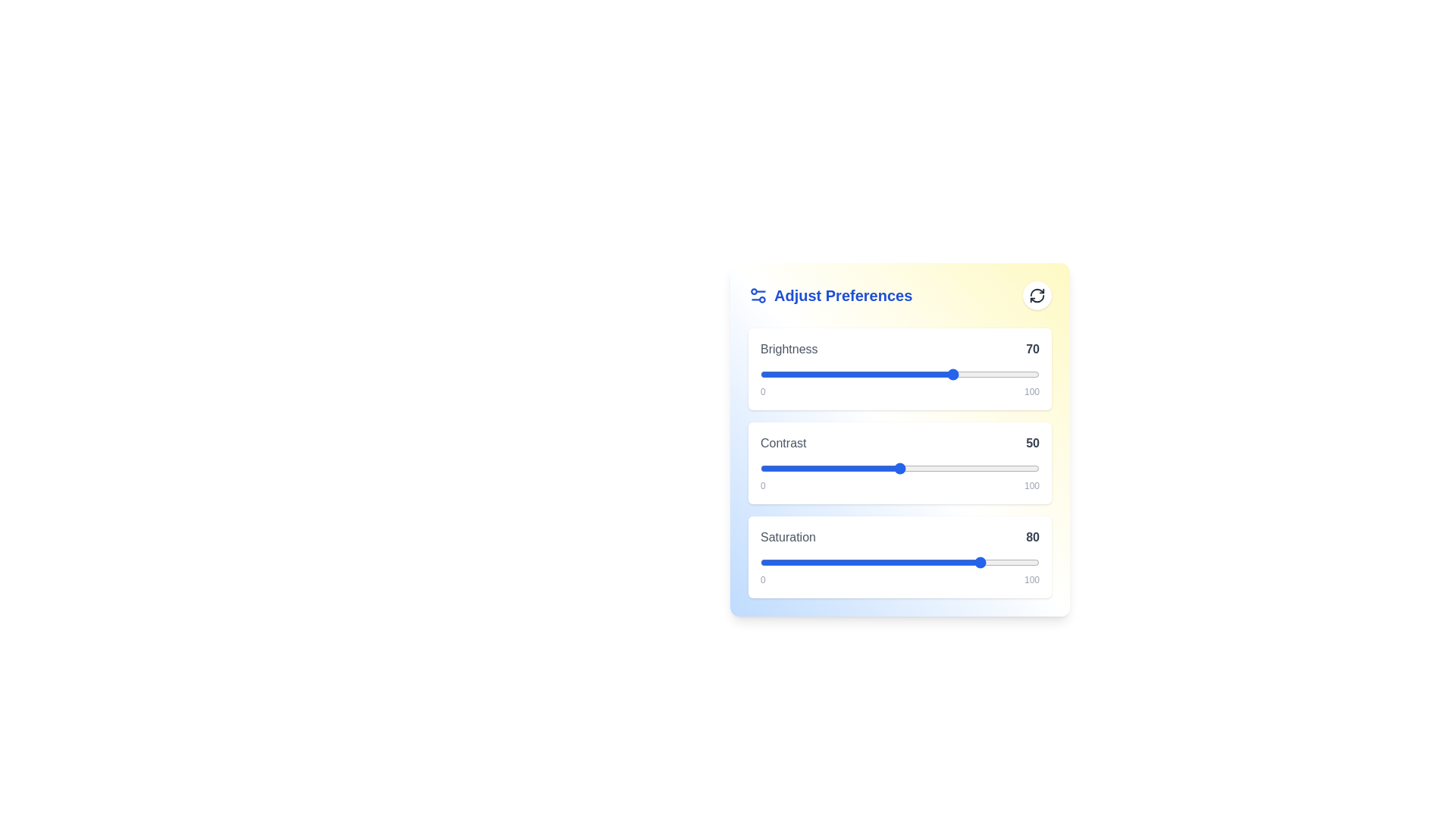 This screenshot has height=819, width=1456. I want to click on the circular refresh button with a white background located at the top-right corner of the 'Adjust Preferences' panel, so click(1037, 295).